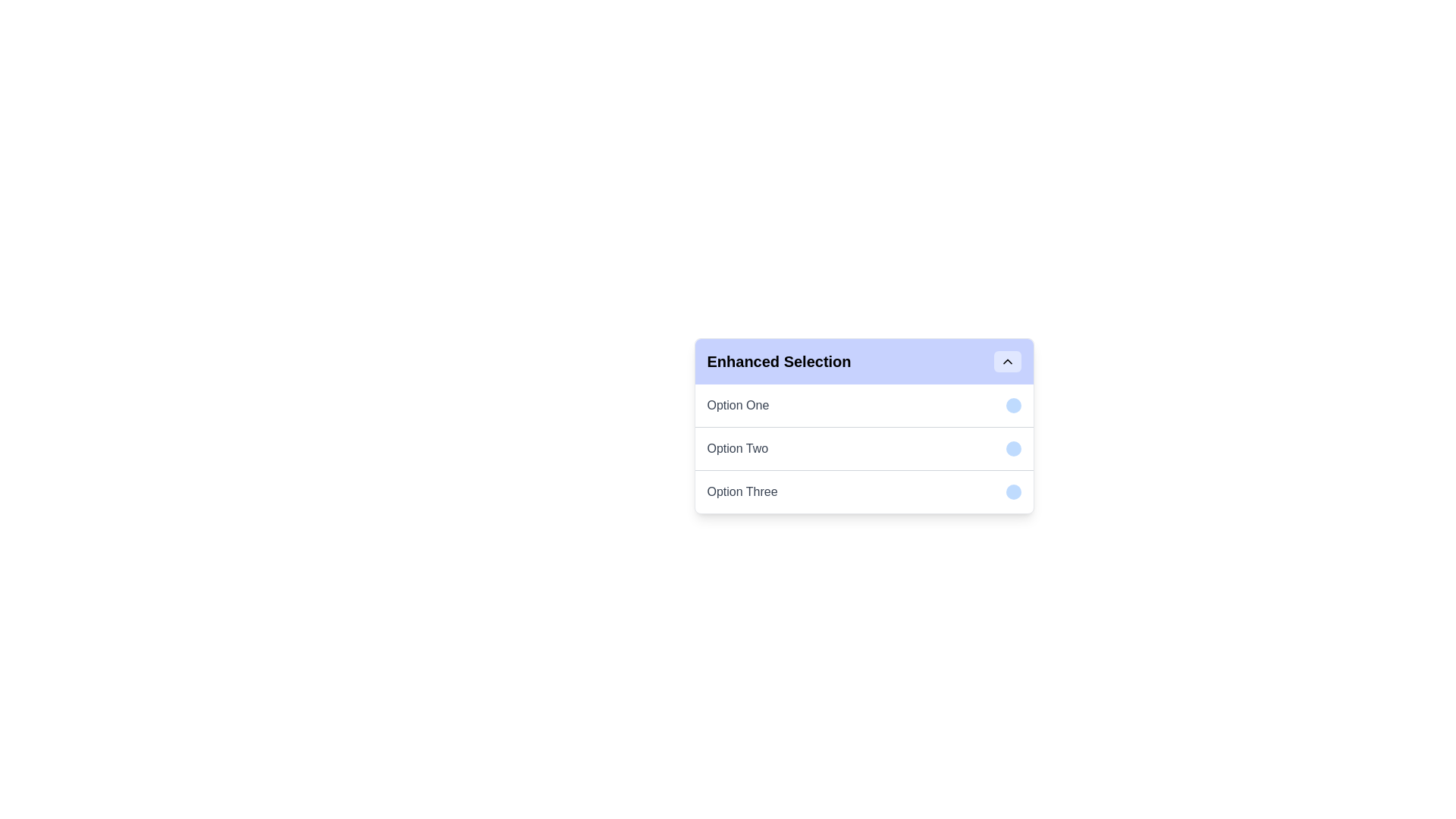 The width and height of the screenshot is (1456, 819). Describe the element at coordinates (864, 426) in the screenshot. I see `the Dropdown menu` at that location.